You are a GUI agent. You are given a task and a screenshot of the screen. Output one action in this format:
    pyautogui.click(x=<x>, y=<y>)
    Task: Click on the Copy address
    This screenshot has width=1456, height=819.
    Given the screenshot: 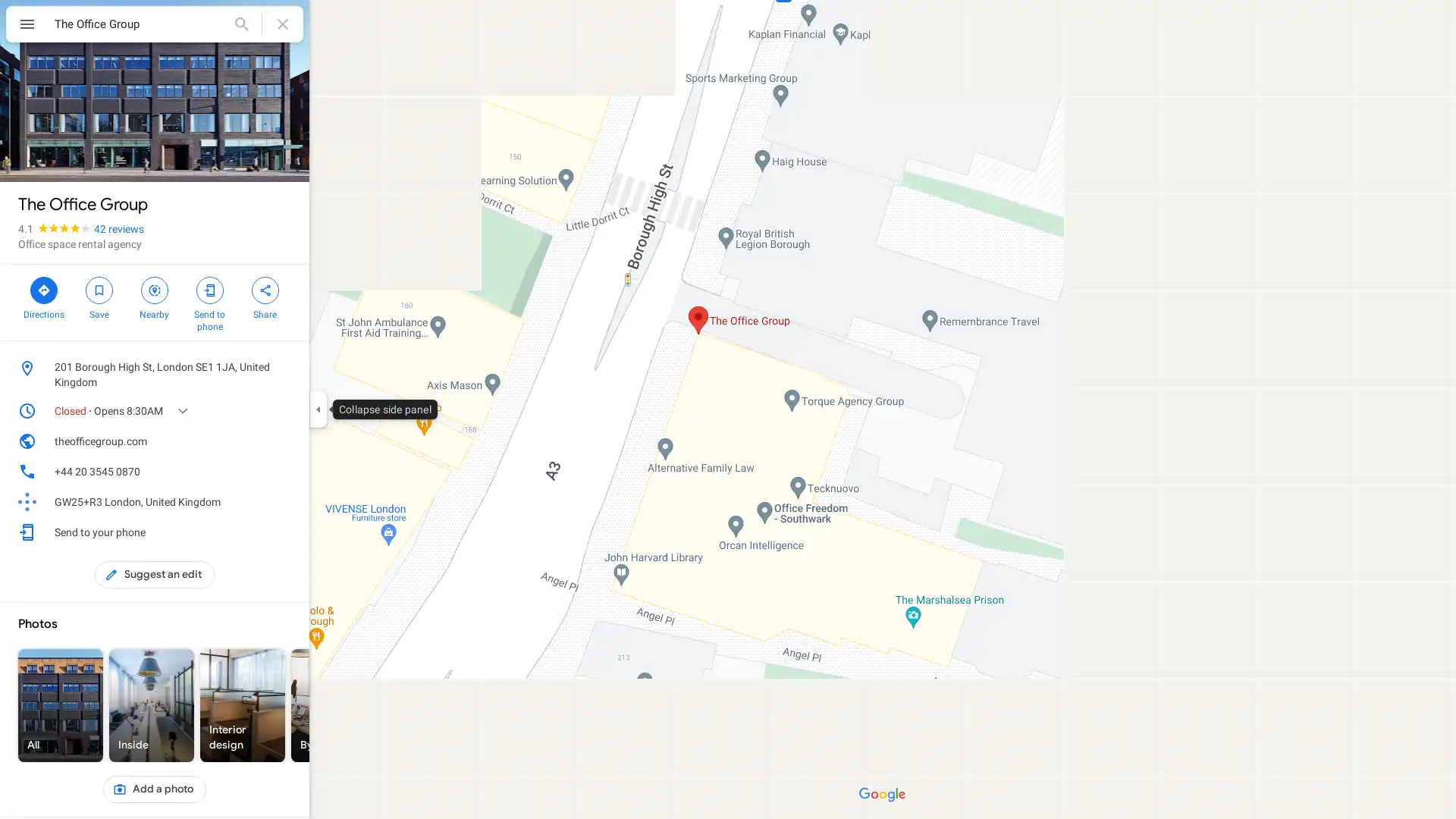 What is the action you would take?
    pyautogui.click(x=284, y=369)
    